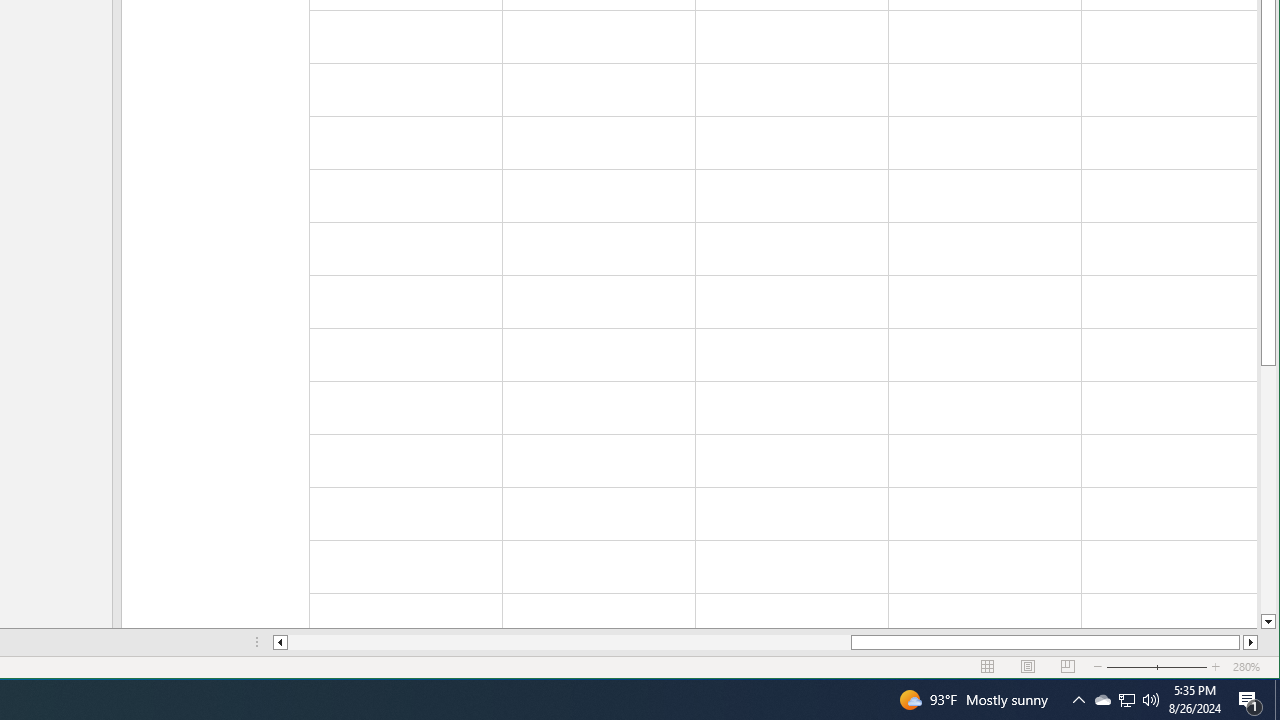 This screenshot has width=1280, height=720. I want to click on 'Page down', so click(1267, 489).